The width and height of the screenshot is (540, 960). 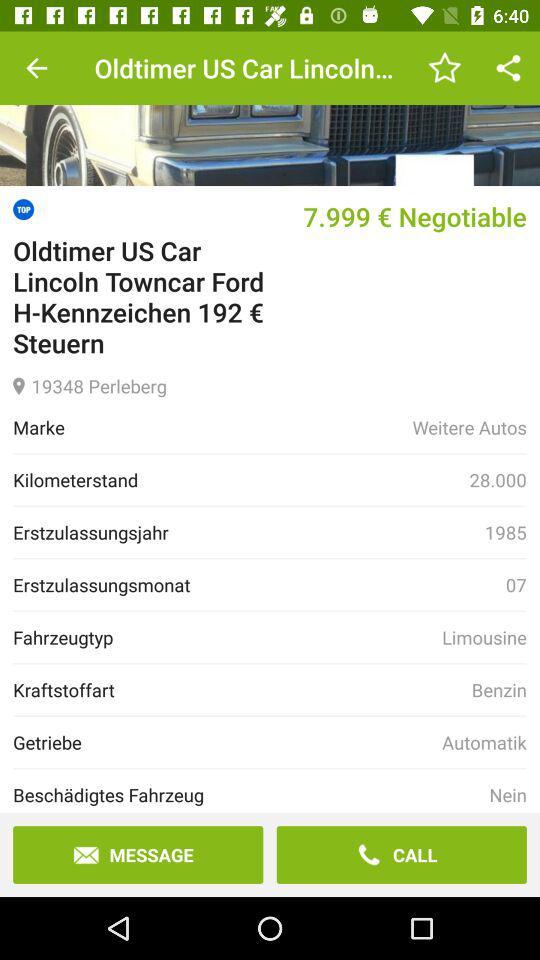 What do you see at coordinates (242, 690) in the screenshot?
I see `the kraftstoffart` at bounding box center [242, 690].